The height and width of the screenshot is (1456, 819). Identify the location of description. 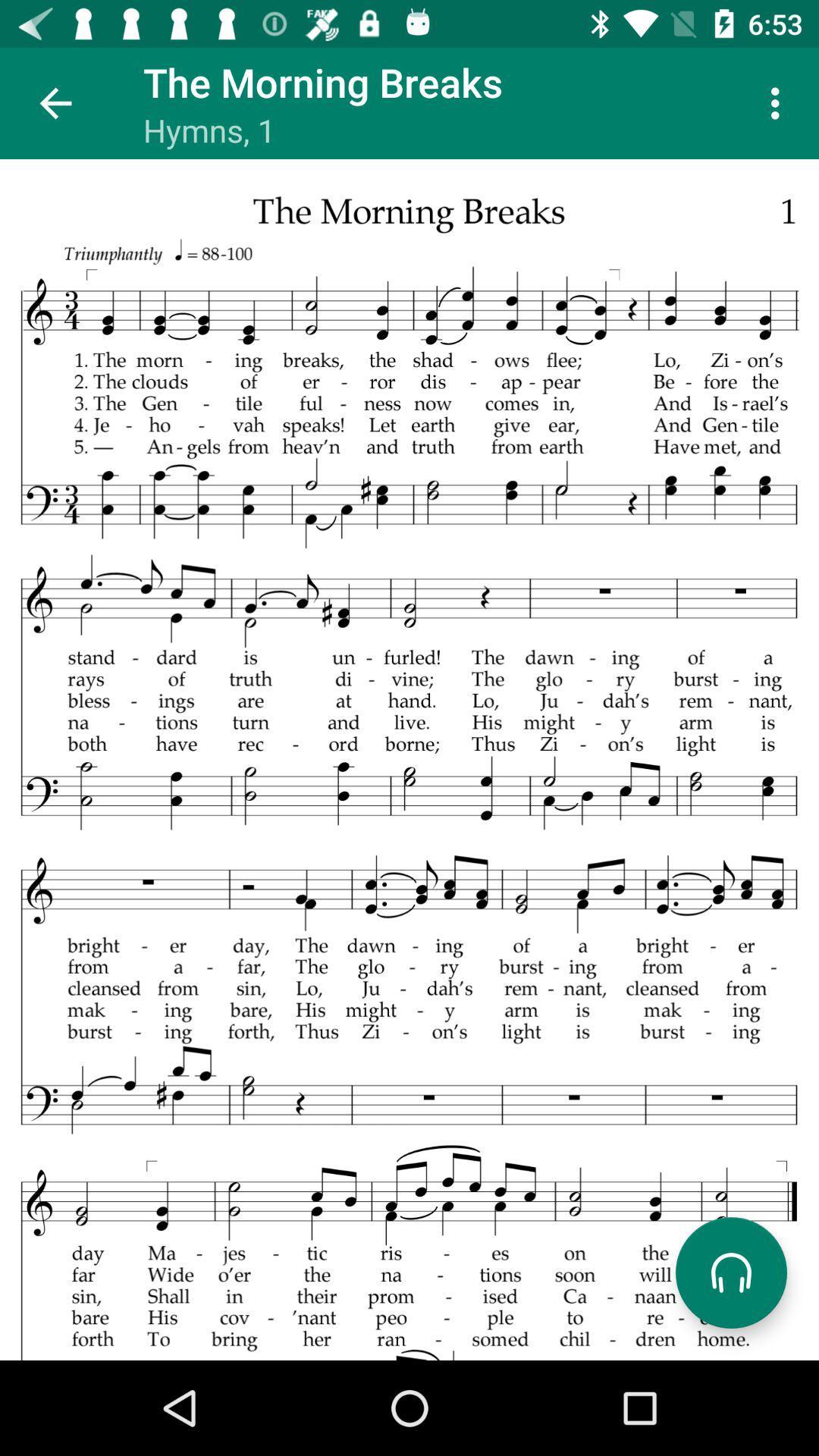
(409, 760).